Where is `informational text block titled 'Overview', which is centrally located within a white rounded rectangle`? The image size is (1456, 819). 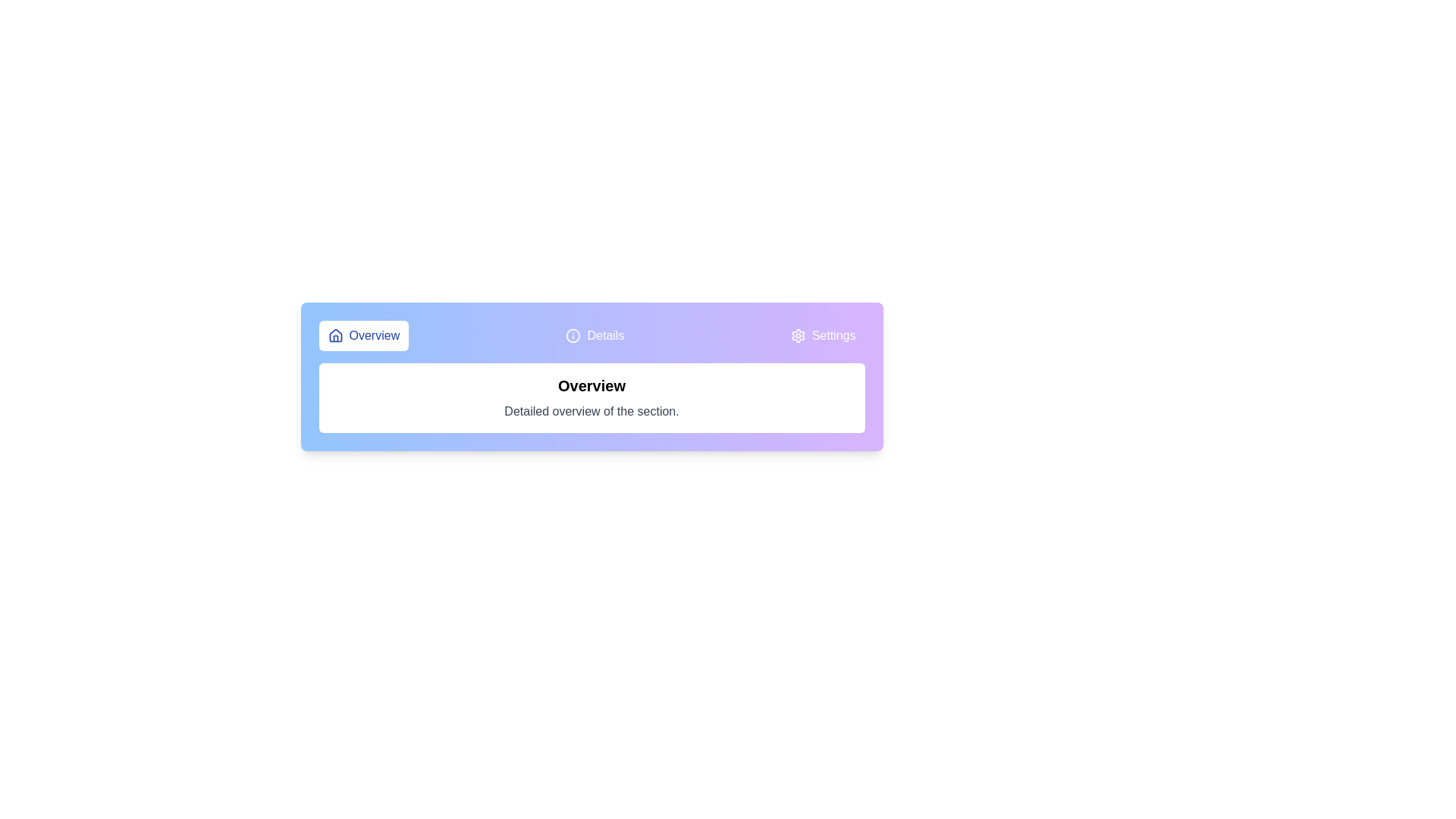
informational text block titled 'Overview', which is centrally located within a white rounded rectangle is located at coordinates (591, 397).